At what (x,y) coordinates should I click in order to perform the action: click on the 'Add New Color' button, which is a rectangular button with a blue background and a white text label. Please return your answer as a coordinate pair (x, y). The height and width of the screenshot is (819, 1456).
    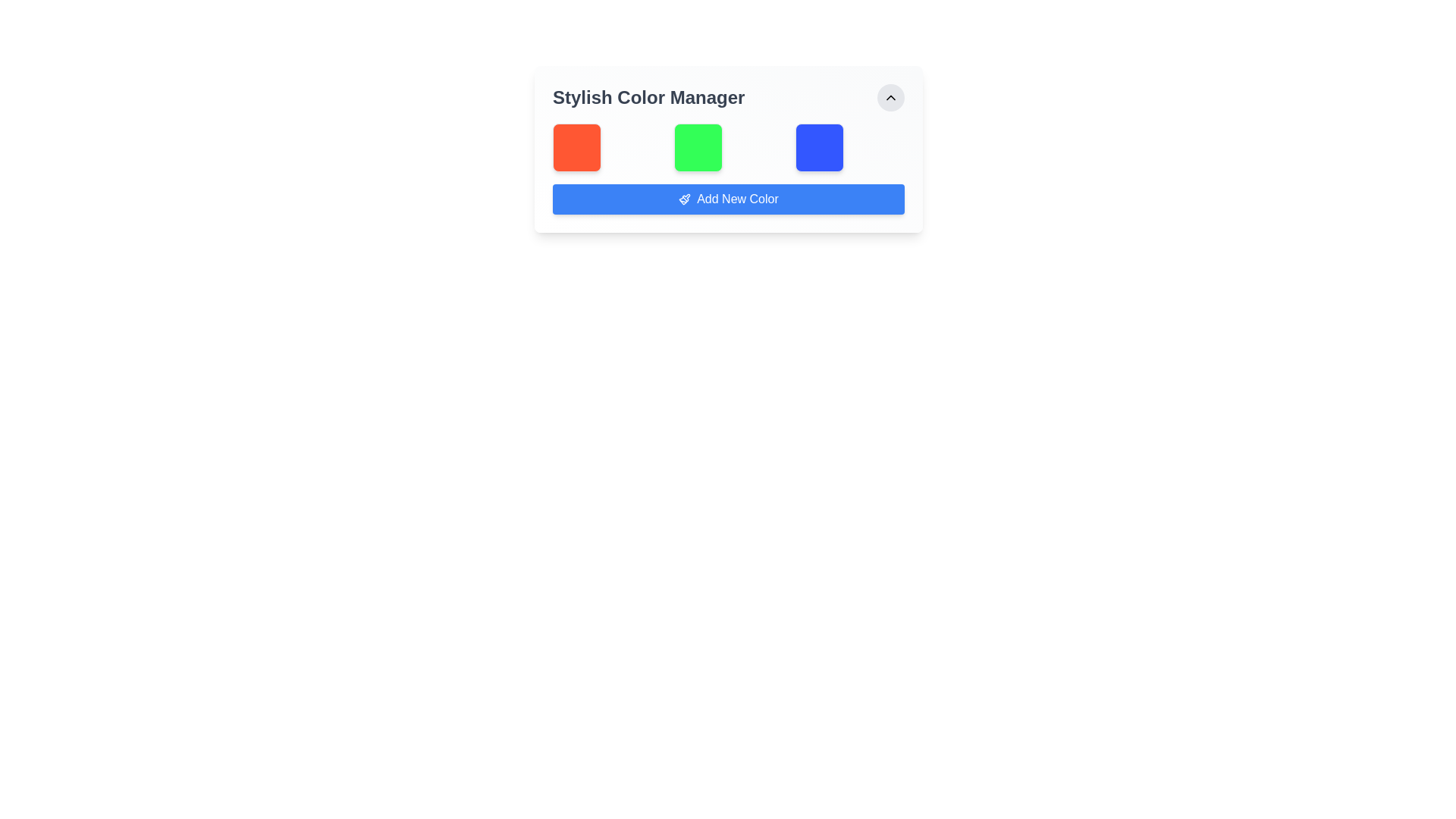
    Looking at the image, I should click on (728, 198).